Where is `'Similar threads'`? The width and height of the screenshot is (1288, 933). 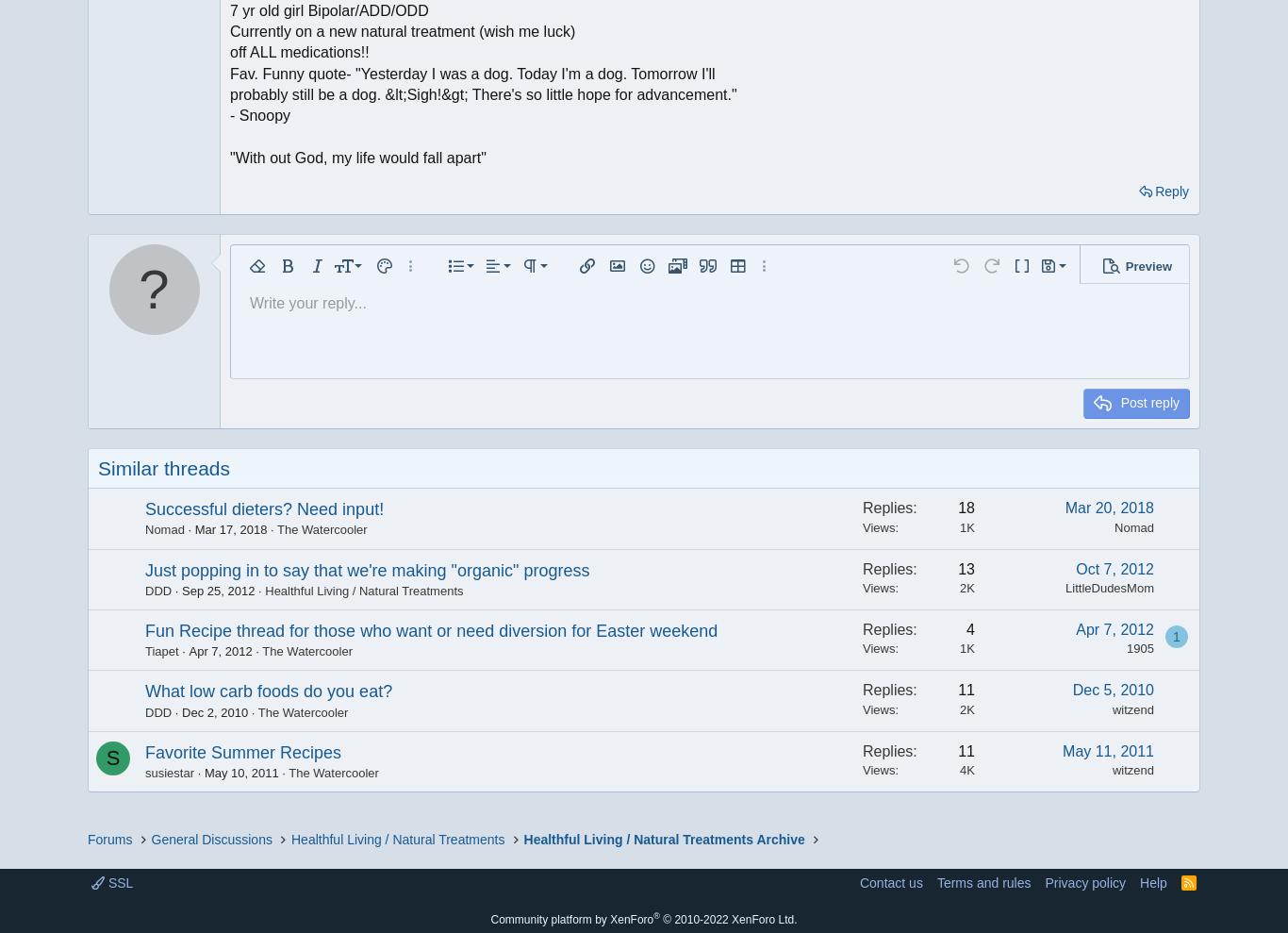
'Similar threads' is located at coordinates (163, 466).